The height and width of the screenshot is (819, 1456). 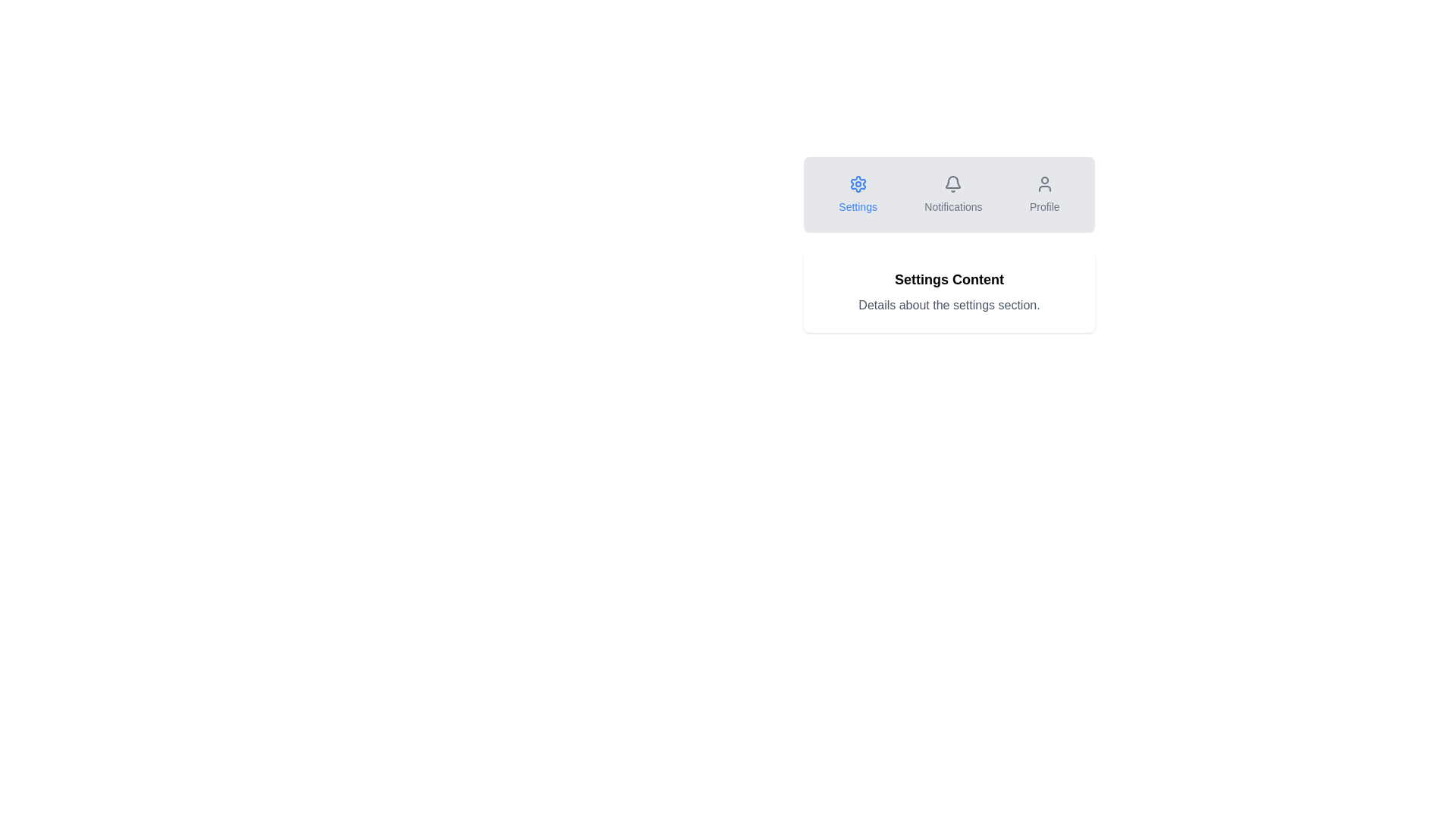 I want to click on the 'Profile' interactive button, which features a user figure icon and gray text label, located at the far-right end of a group of three buttons, so click(x=1043, y=194).